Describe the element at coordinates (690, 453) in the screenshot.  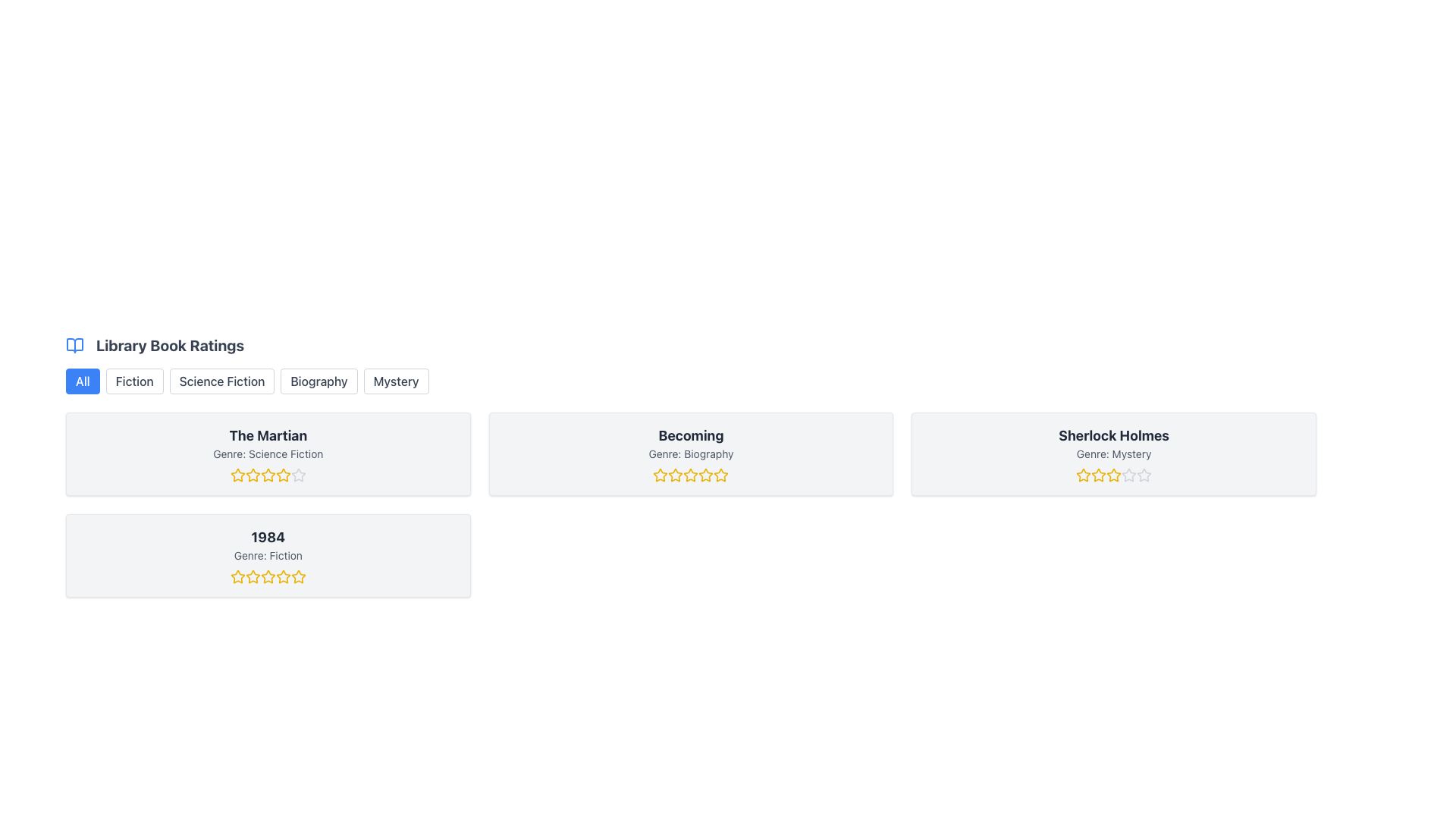
I see `the information displayed on the second book card in the library system, which includes the title, genre, and rating` at that location.